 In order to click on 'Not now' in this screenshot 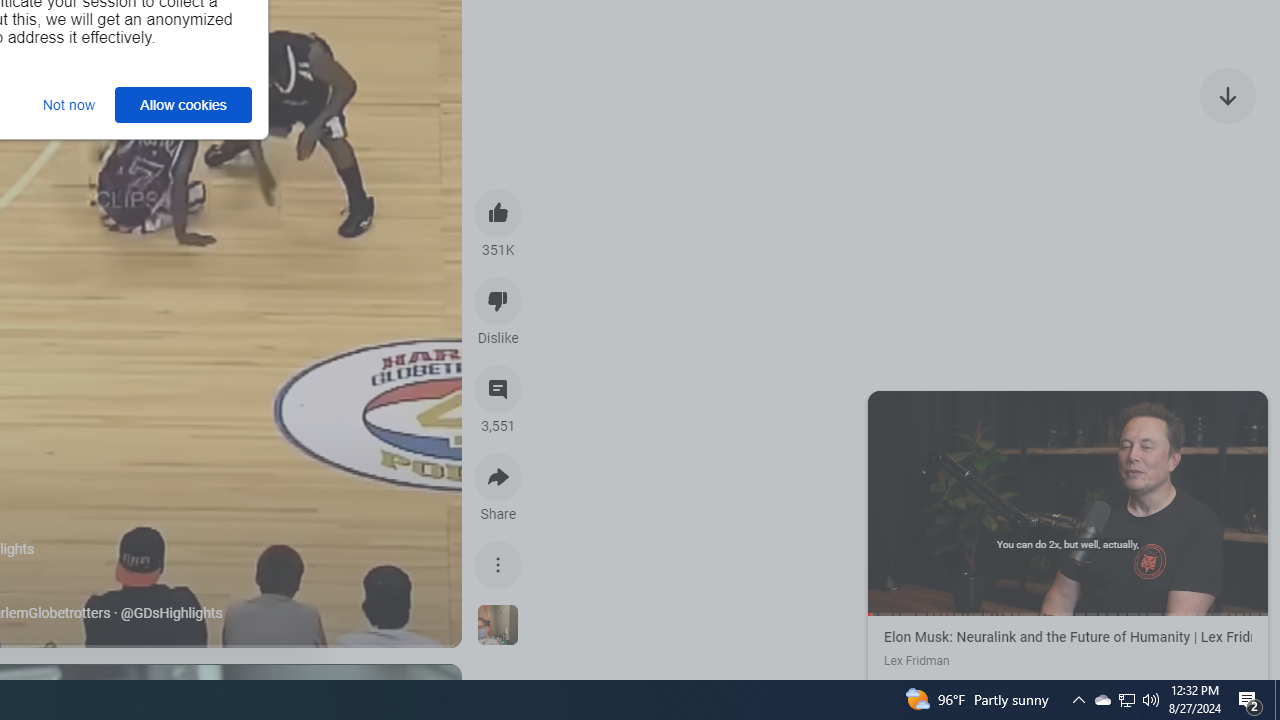, I will do `click(69, 104)`.